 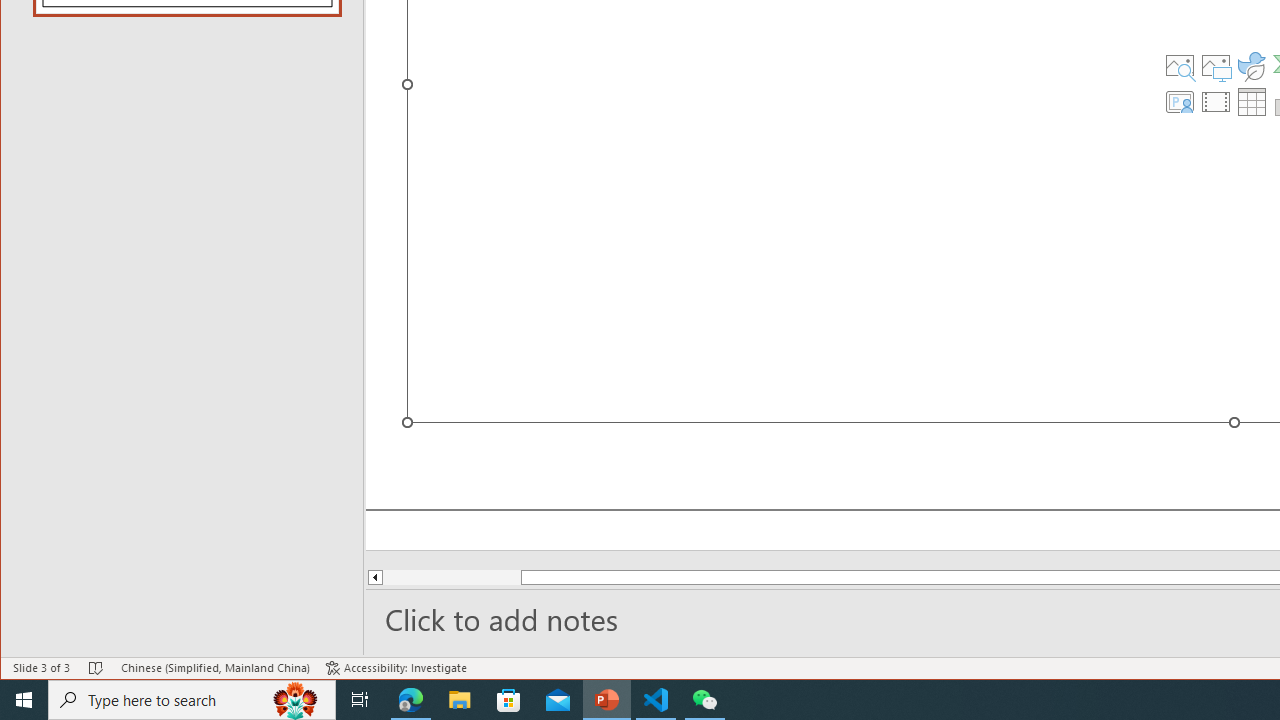 What do you see at coordinates (459, 698) in the screenshot?
I see `'File Explorer'` at bounding box center [459, 698].